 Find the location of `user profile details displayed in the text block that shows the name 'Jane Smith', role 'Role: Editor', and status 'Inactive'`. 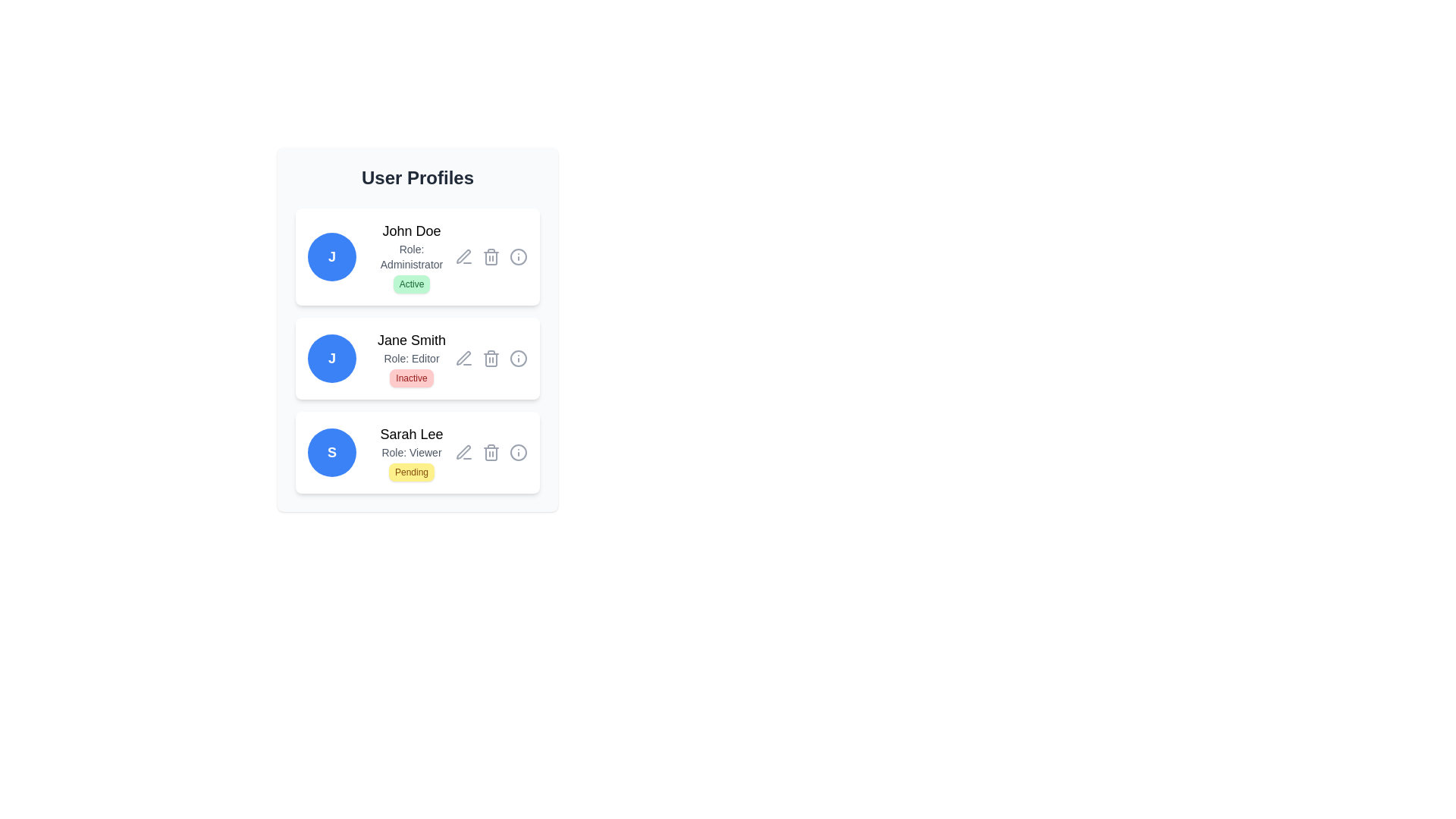

user profile details displayed in the text block that shows the name 'Jane Smith', role 'Role: Editor', and status 'Inactive' is located at coordinates (411, 359).